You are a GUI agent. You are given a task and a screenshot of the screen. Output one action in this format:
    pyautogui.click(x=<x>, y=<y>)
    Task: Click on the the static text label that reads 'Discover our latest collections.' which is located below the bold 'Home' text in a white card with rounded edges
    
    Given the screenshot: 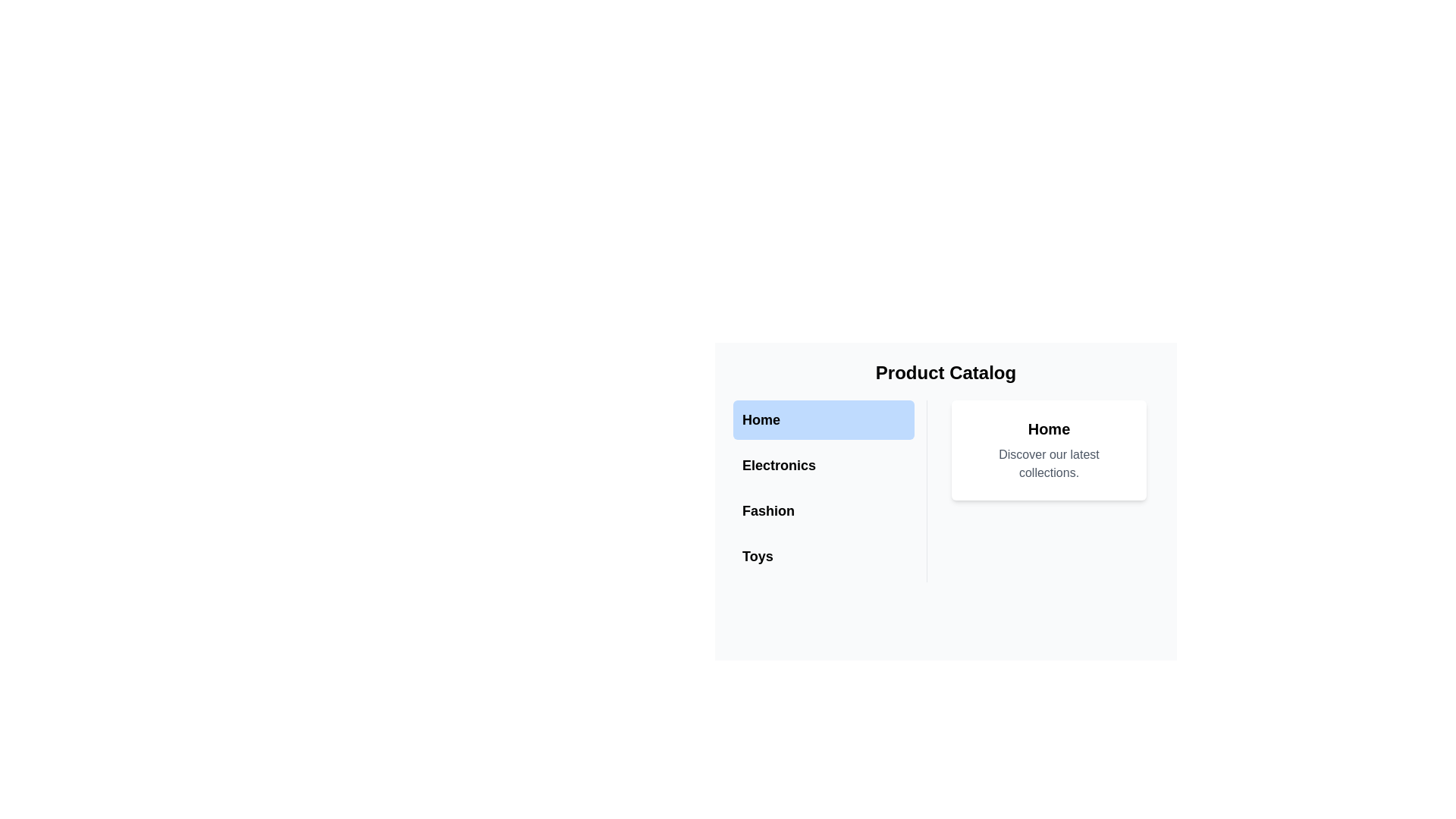 What is the action you would take?
    pyautogui.click(x=1048, y=463)
    